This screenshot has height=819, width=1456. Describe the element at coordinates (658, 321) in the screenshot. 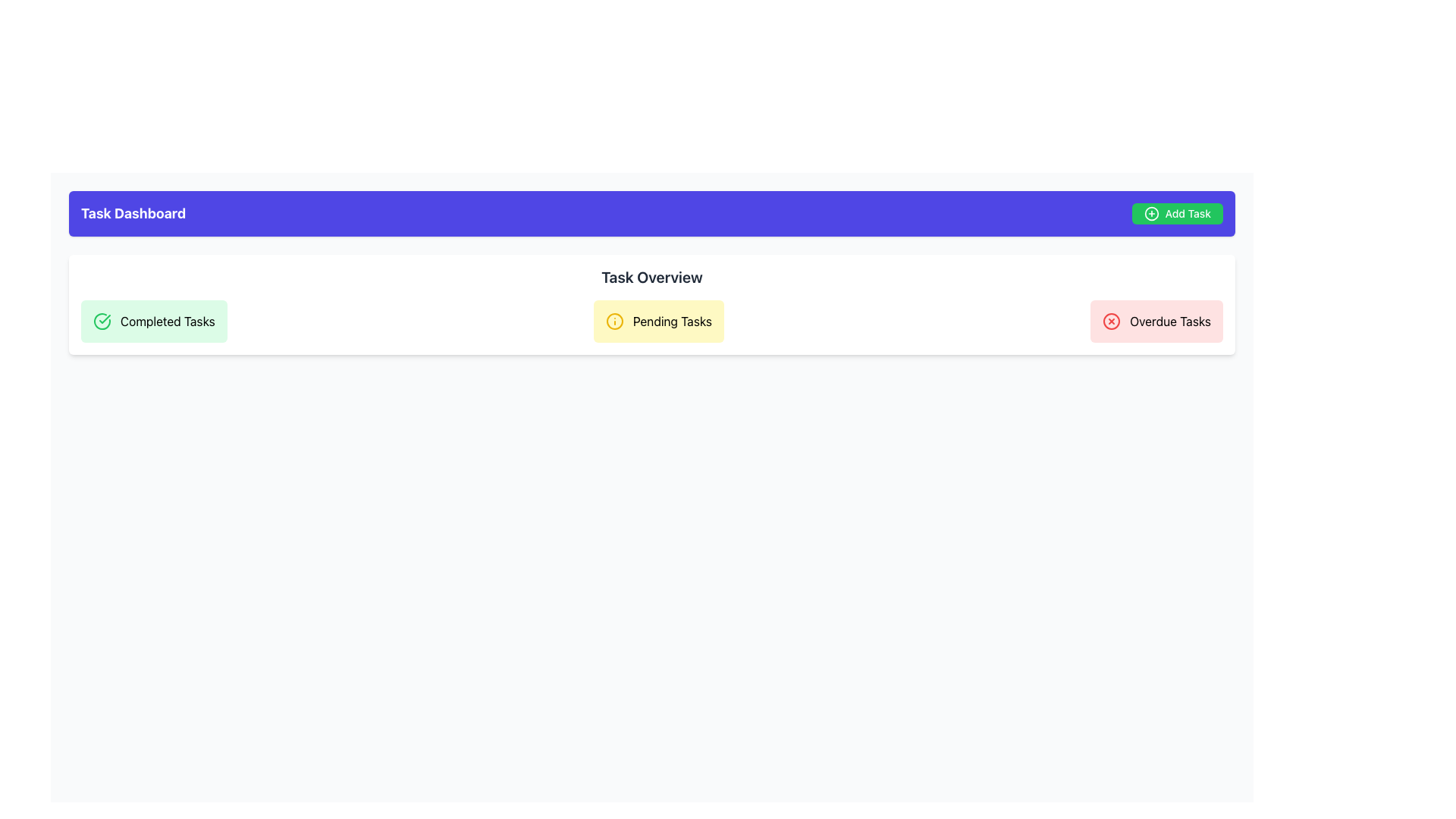

I see `the Information Card that displays the status of pending tasks, located centrally between the 'Completed Tasks' and 'Overdue Tasks' cards in the 'Task Overview' section` at that location.